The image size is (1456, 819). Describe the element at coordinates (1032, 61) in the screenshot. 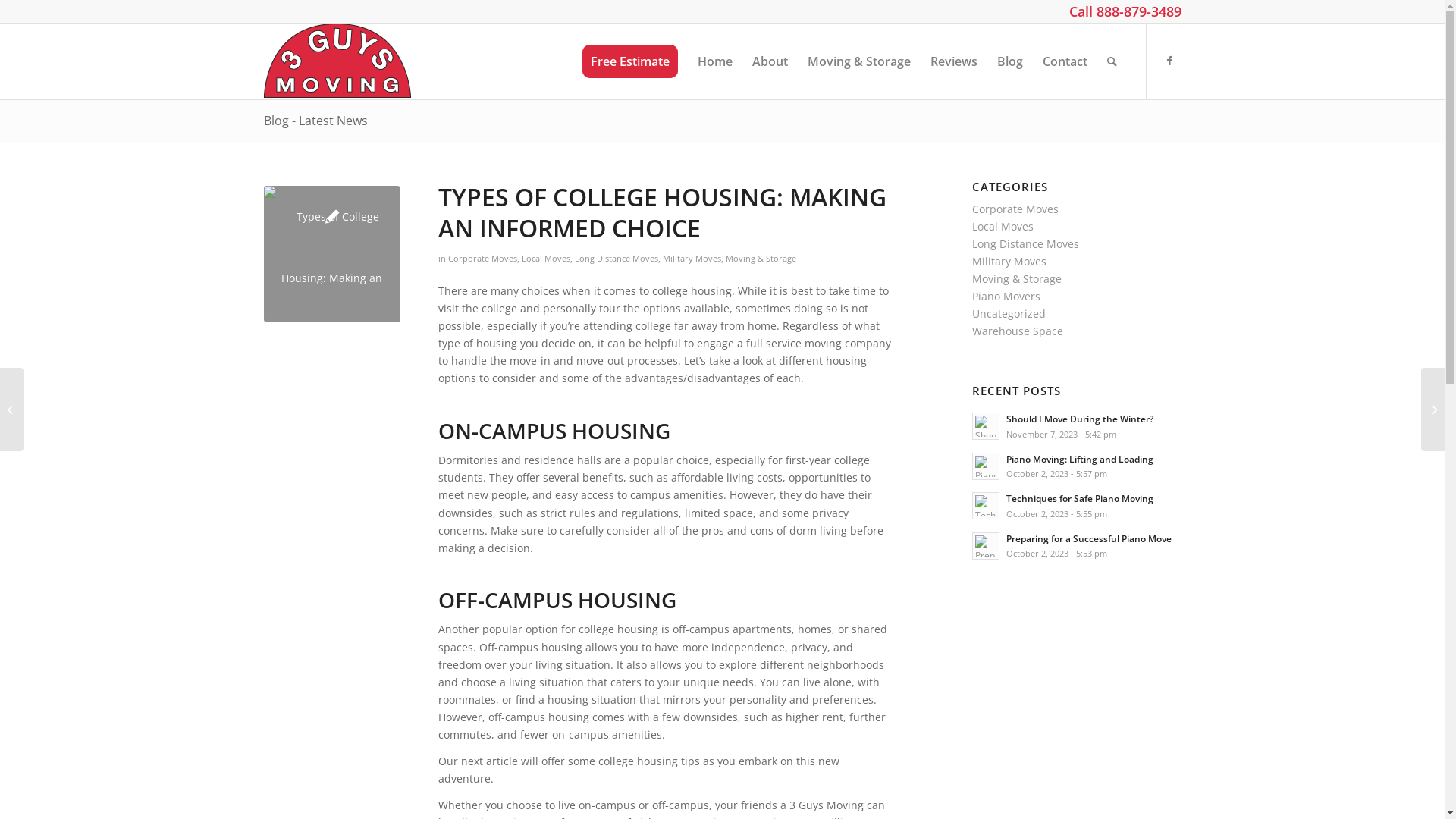

I see `'Contact'` at that location.